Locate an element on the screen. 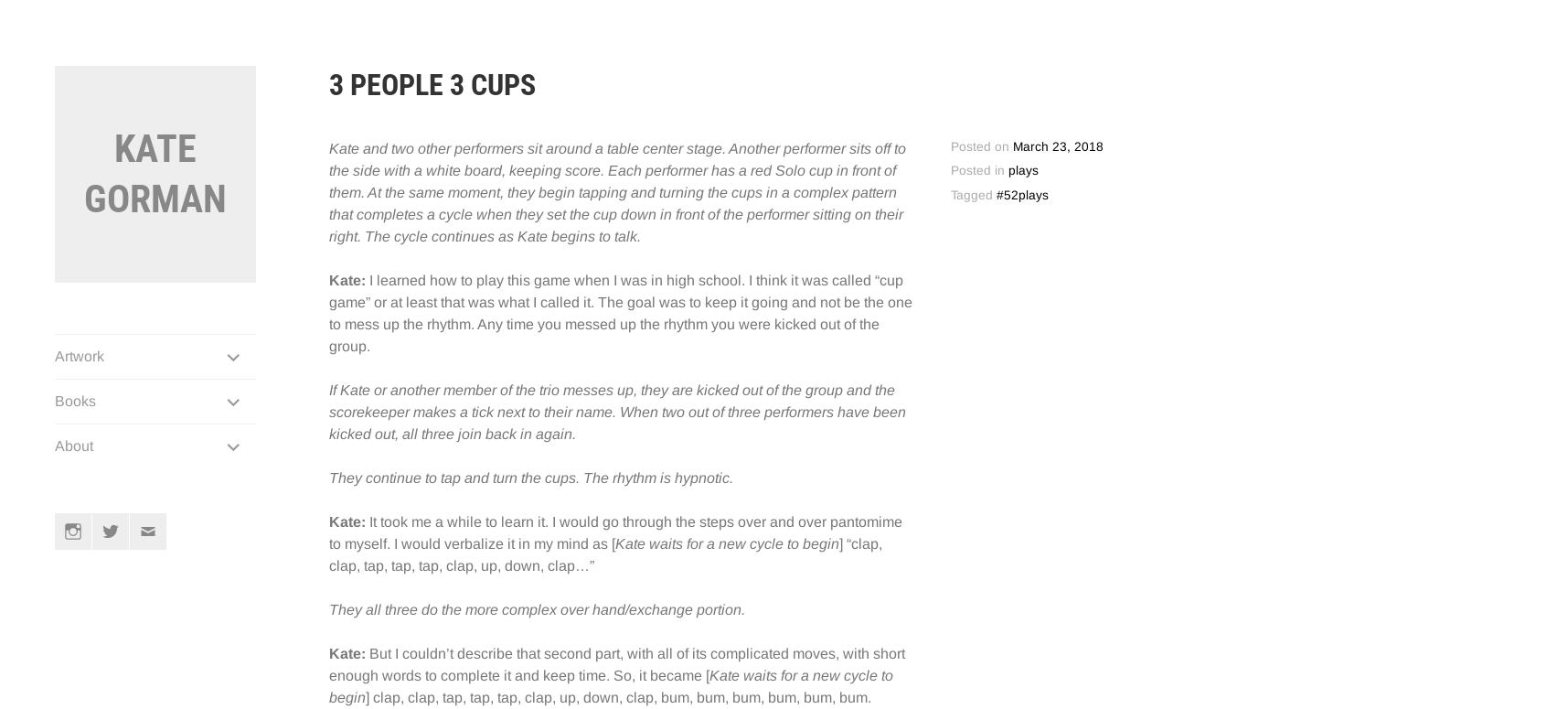  'It took me a while to learn it. I would go through the steps over and over pantomime to myself. I would verbalize it in my mind as [' is located at coordinates (615, 531).